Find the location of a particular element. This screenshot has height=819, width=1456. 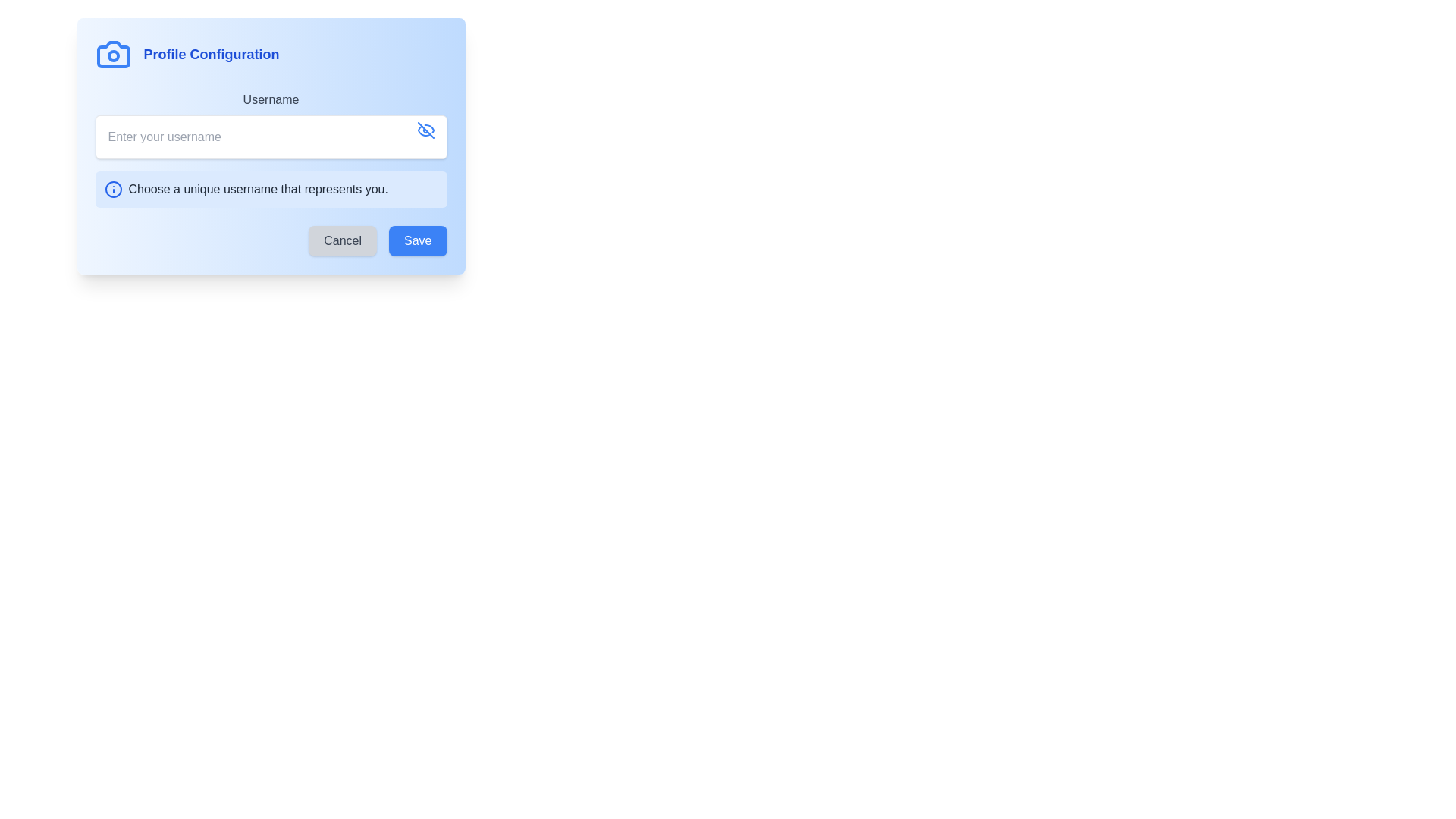

the camera icon element, which is a rectangular shape with a circular lens area in the middle is located at coordinates (112, 54).